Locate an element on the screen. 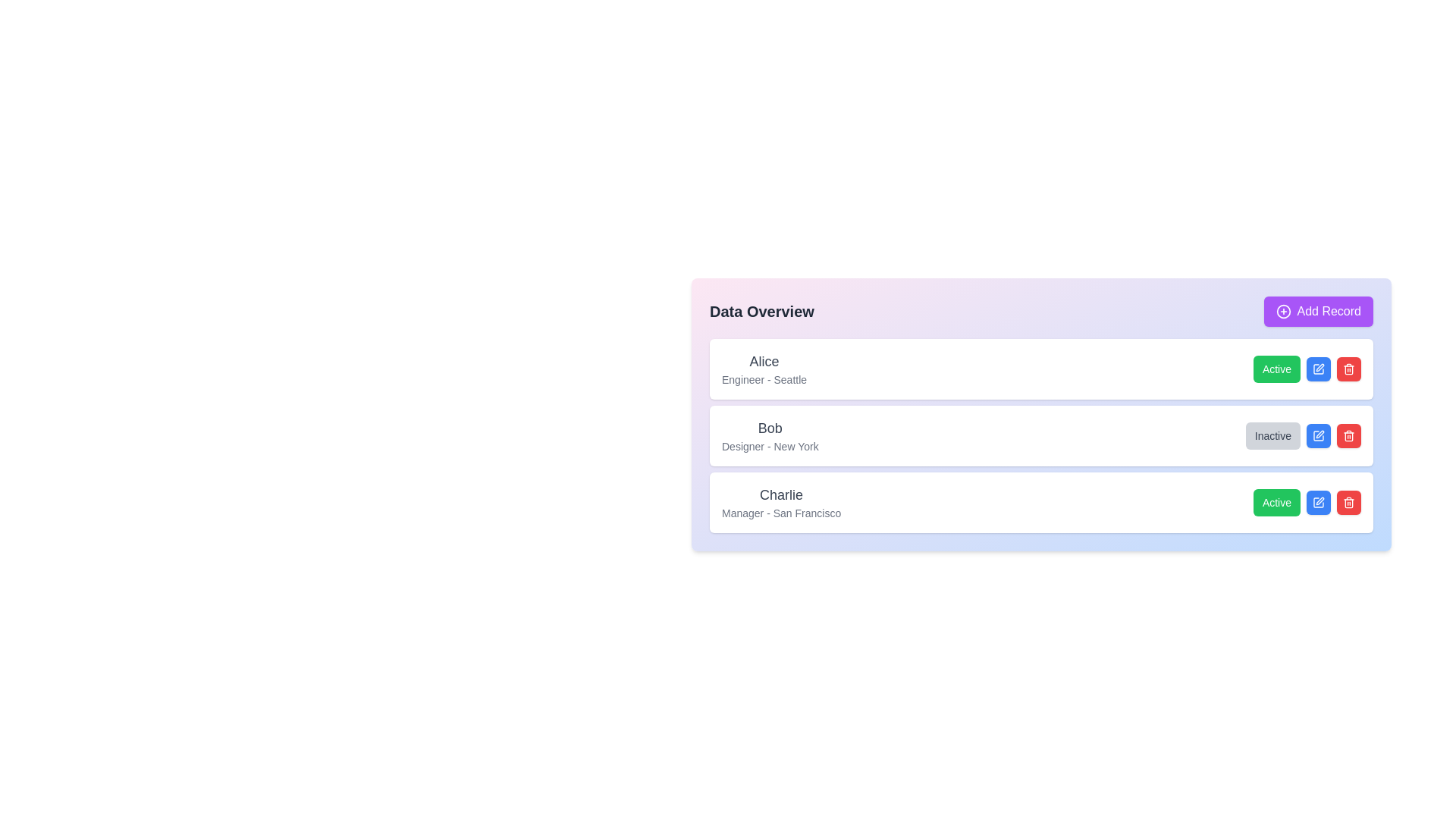 The height and width of the screenshot is (819, 1456). the edit button with a pen icon located between the green 'Active' button and the red 'Delete' button to initiate editing the user's information is located at coordinates (1317, 369).